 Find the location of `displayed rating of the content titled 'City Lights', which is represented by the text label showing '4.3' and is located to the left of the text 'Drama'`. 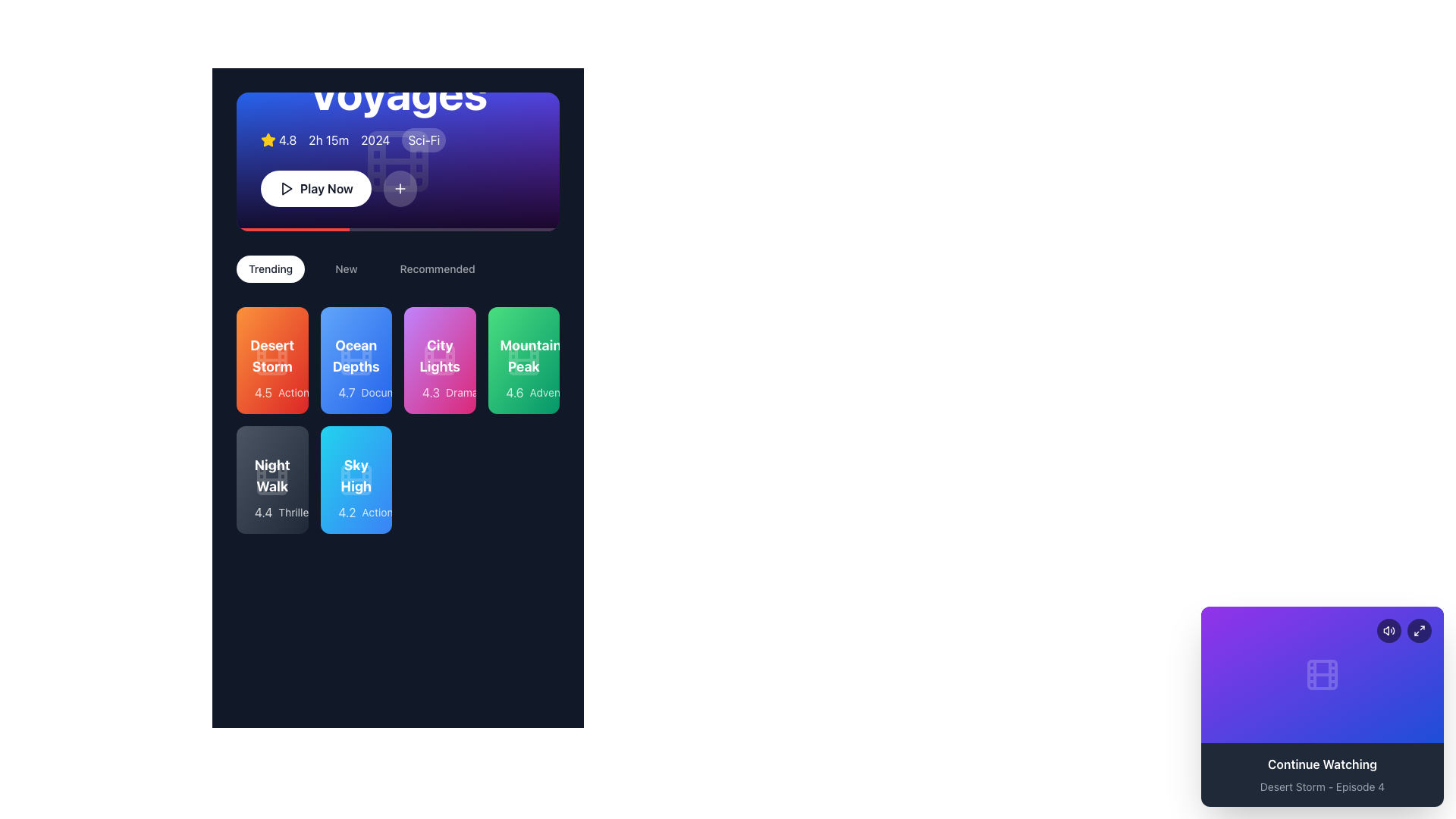

displayed rating of the content titled 'City Lights', which is represented by the text label showing '4.3' and is located to the left of the text 'Drama' is located at coordinates (430, 392).